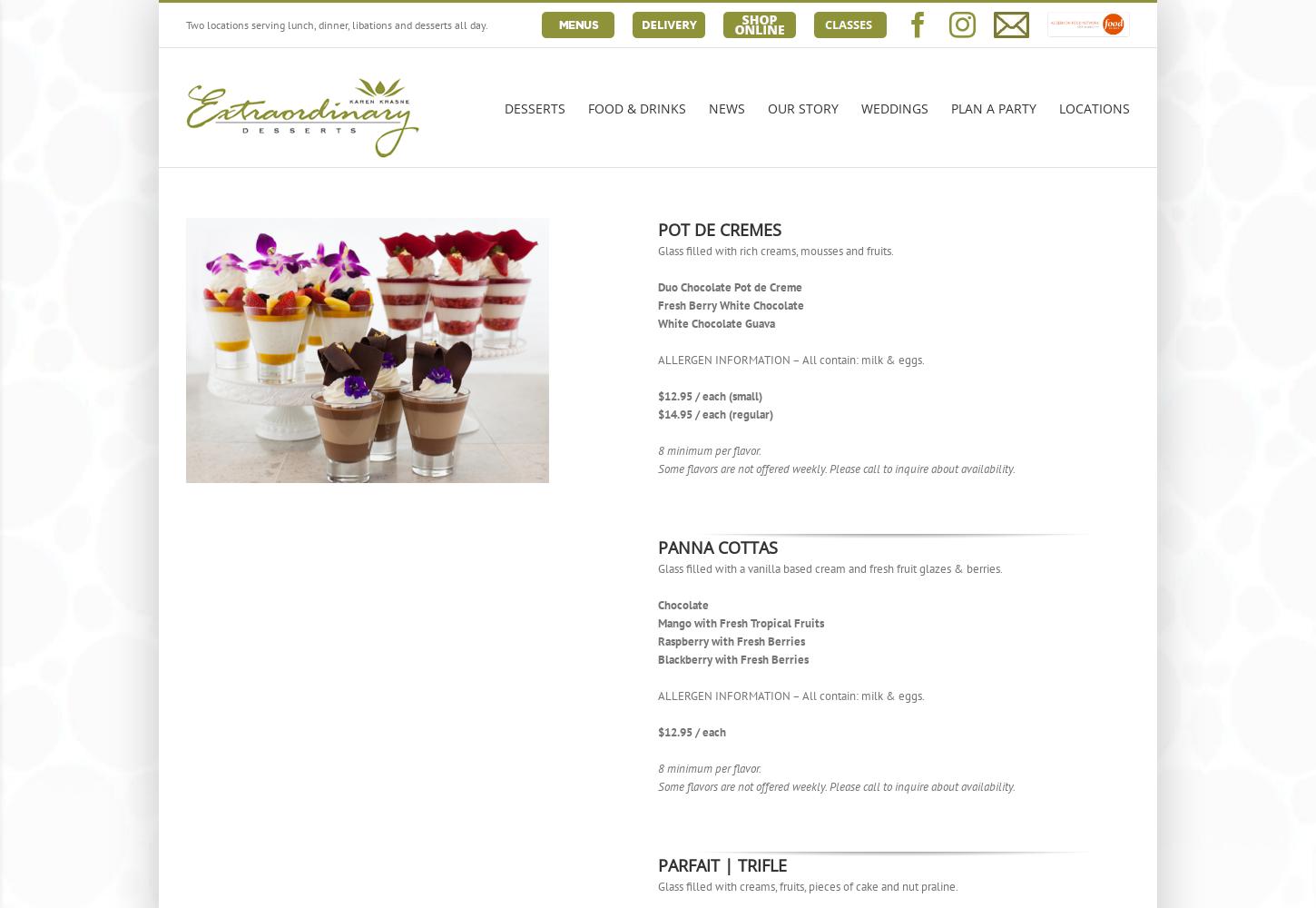 This screenshot has width=1316, height=908. What do you see at coordinates (1017, 311) in the screenshot?
I see `'BOOK YOUR EVENT'` at bounding box center [1017, 311].